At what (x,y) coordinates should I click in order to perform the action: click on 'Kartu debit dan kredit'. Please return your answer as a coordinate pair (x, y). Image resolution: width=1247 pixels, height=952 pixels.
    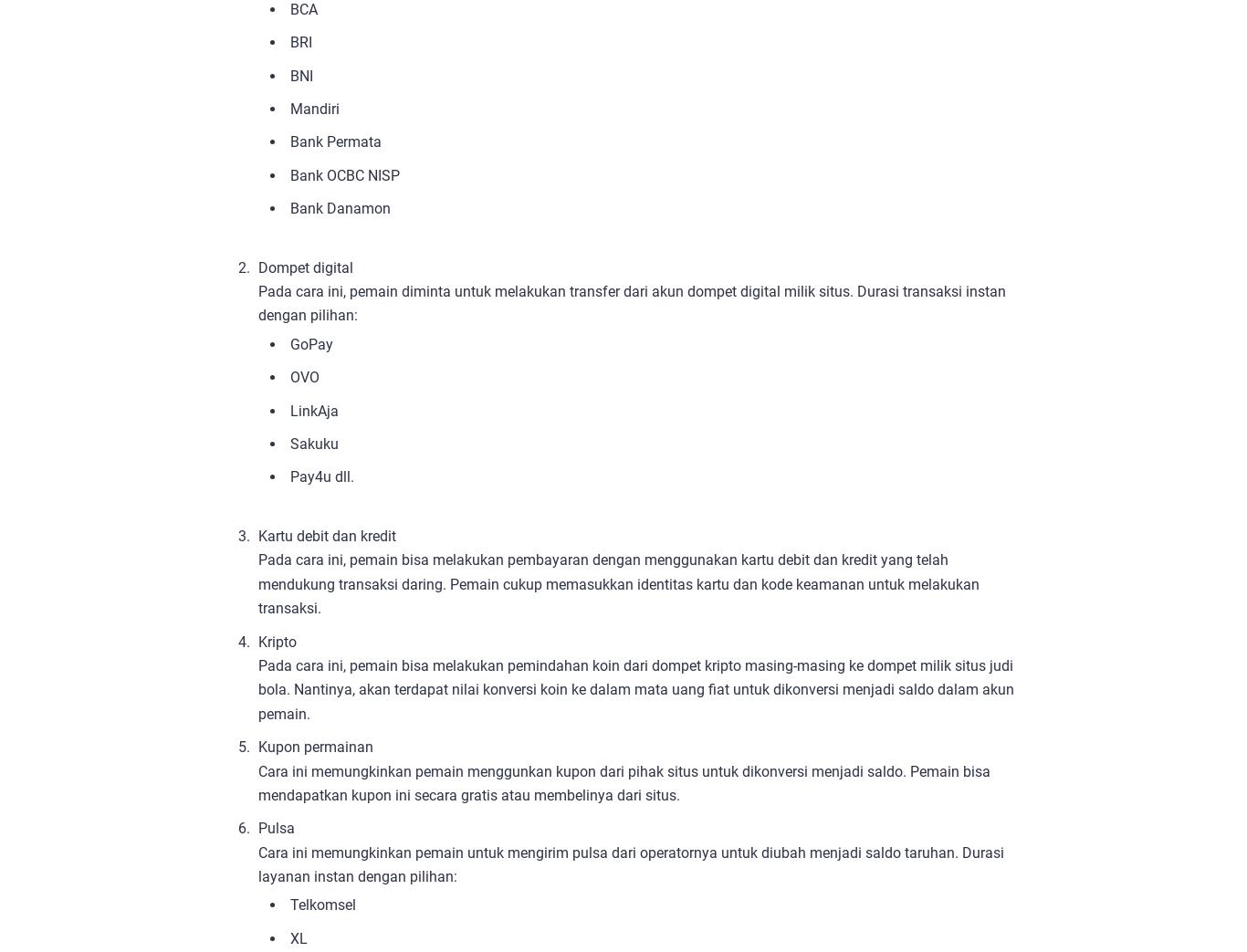
    Looking at the image, I should click on (326, 536).